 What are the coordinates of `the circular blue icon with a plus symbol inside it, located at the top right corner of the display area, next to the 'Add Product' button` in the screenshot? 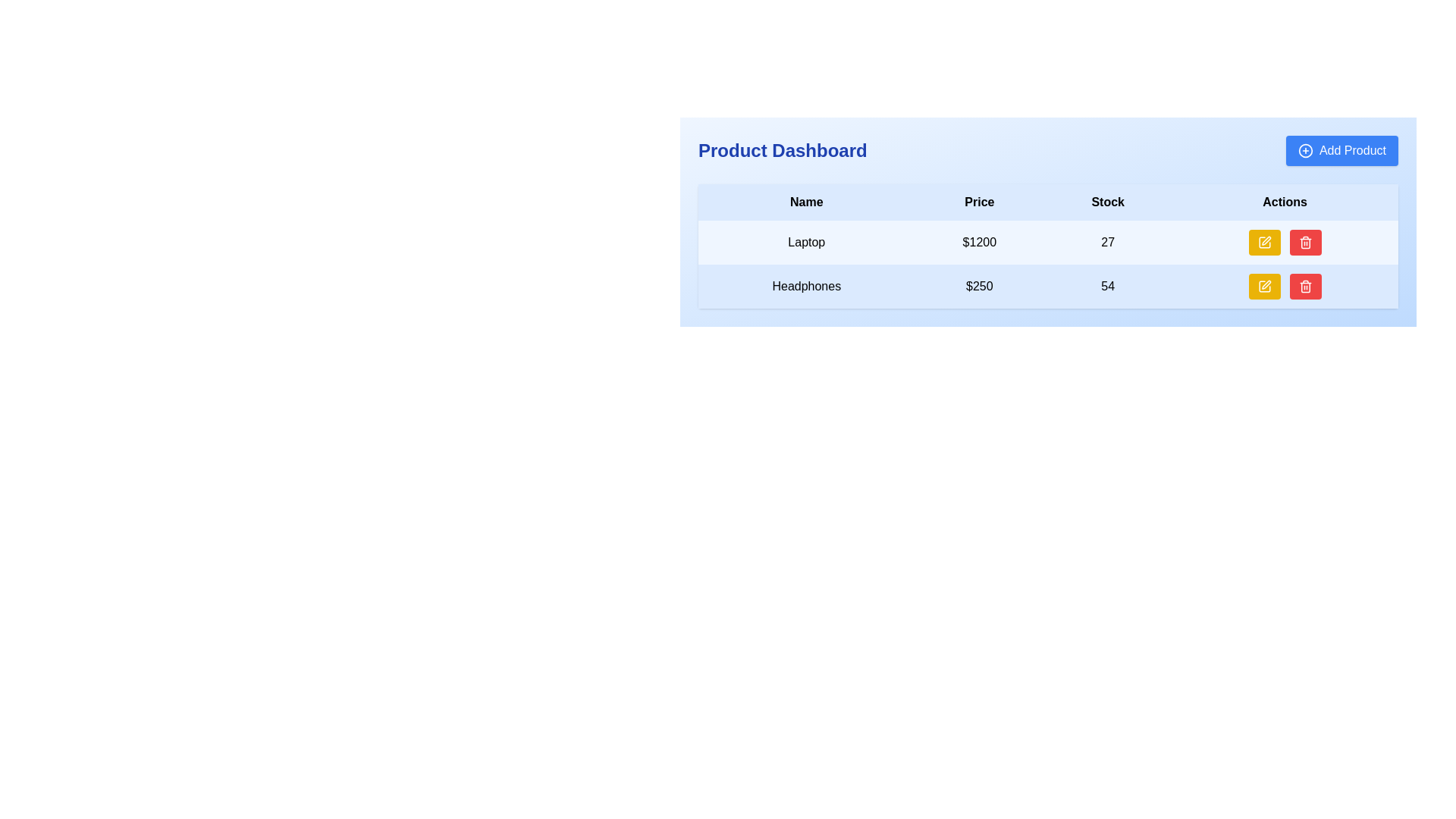 It's located at (1304, 151).